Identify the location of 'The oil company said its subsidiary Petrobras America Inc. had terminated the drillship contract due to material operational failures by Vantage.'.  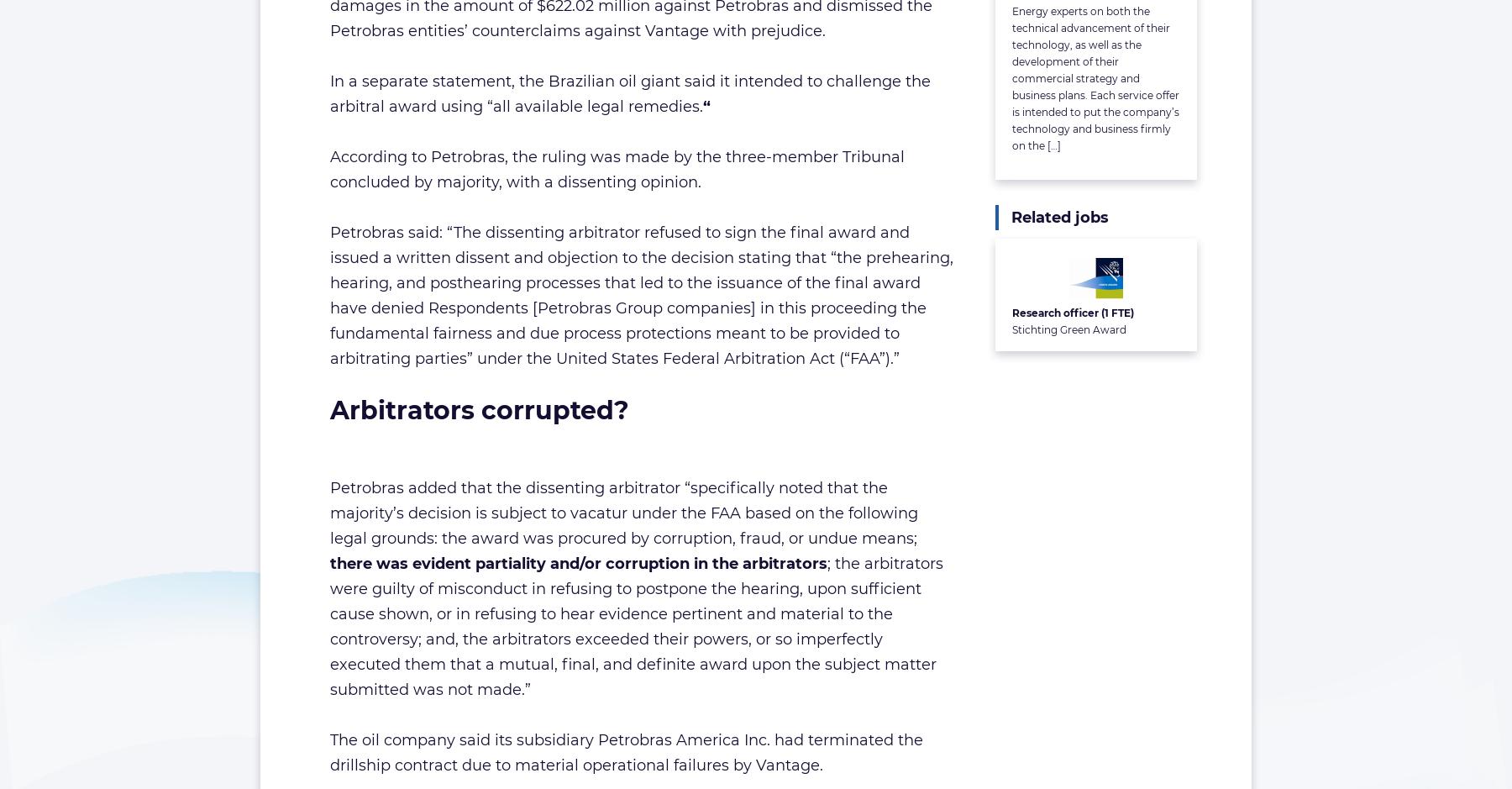
(329, 751).